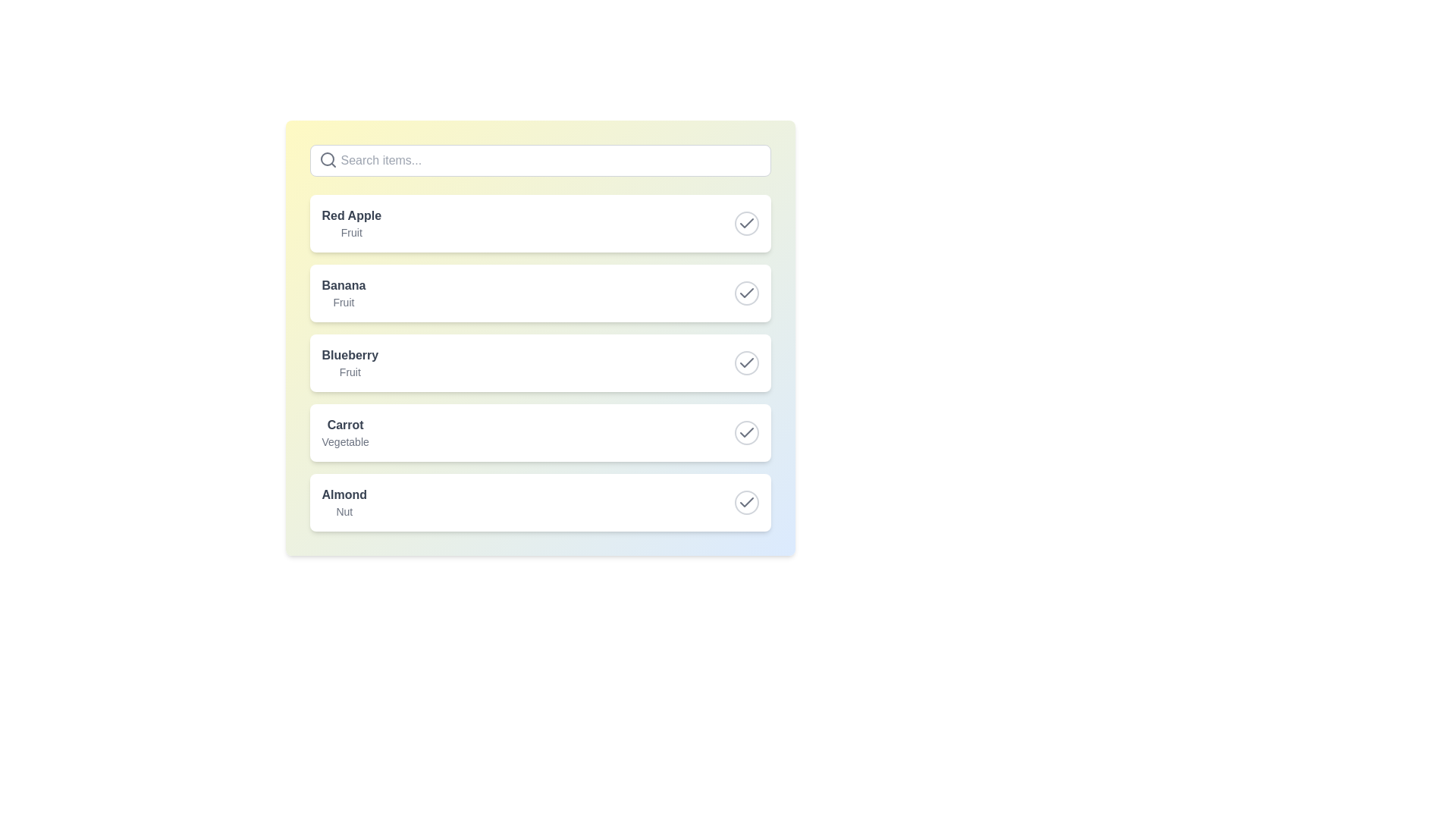 The height and width of the screenshot is (819, 1456). What do you see at coordinates (349, 362) in the screenshot?
I see `the text label displaying 'Blueberry' in bold dark gray and 'Fruit' in smaller light gray, located in the third row of a vertically stacked list` at bounding box center [349, 362].